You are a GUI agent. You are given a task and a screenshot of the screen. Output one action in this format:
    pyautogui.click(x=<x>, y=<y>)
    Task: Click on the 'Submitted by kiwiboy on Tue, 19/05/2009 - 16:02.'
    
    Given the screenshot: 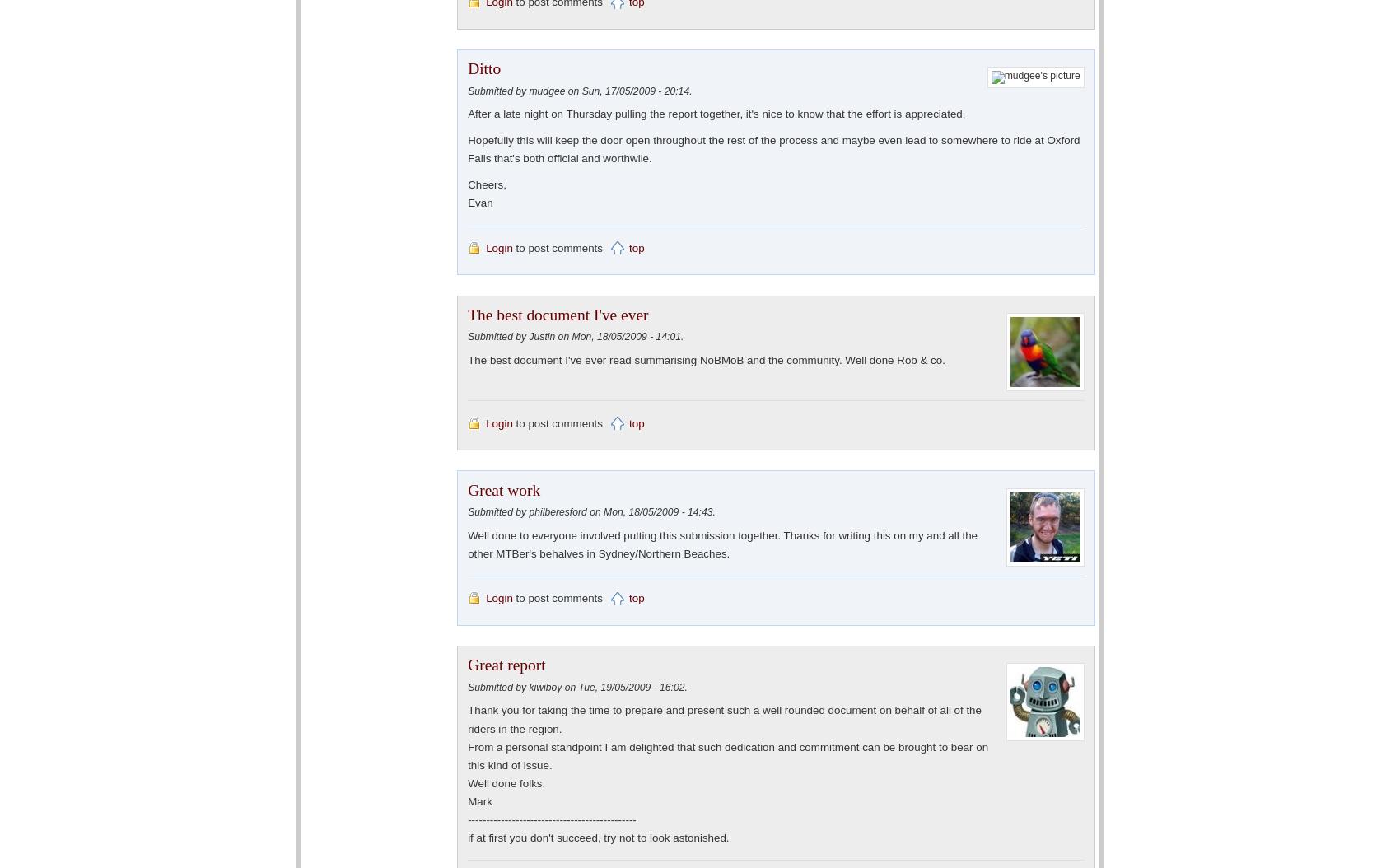 What is the action you would take?
    pyautogui.click(x=577, y=686)
    